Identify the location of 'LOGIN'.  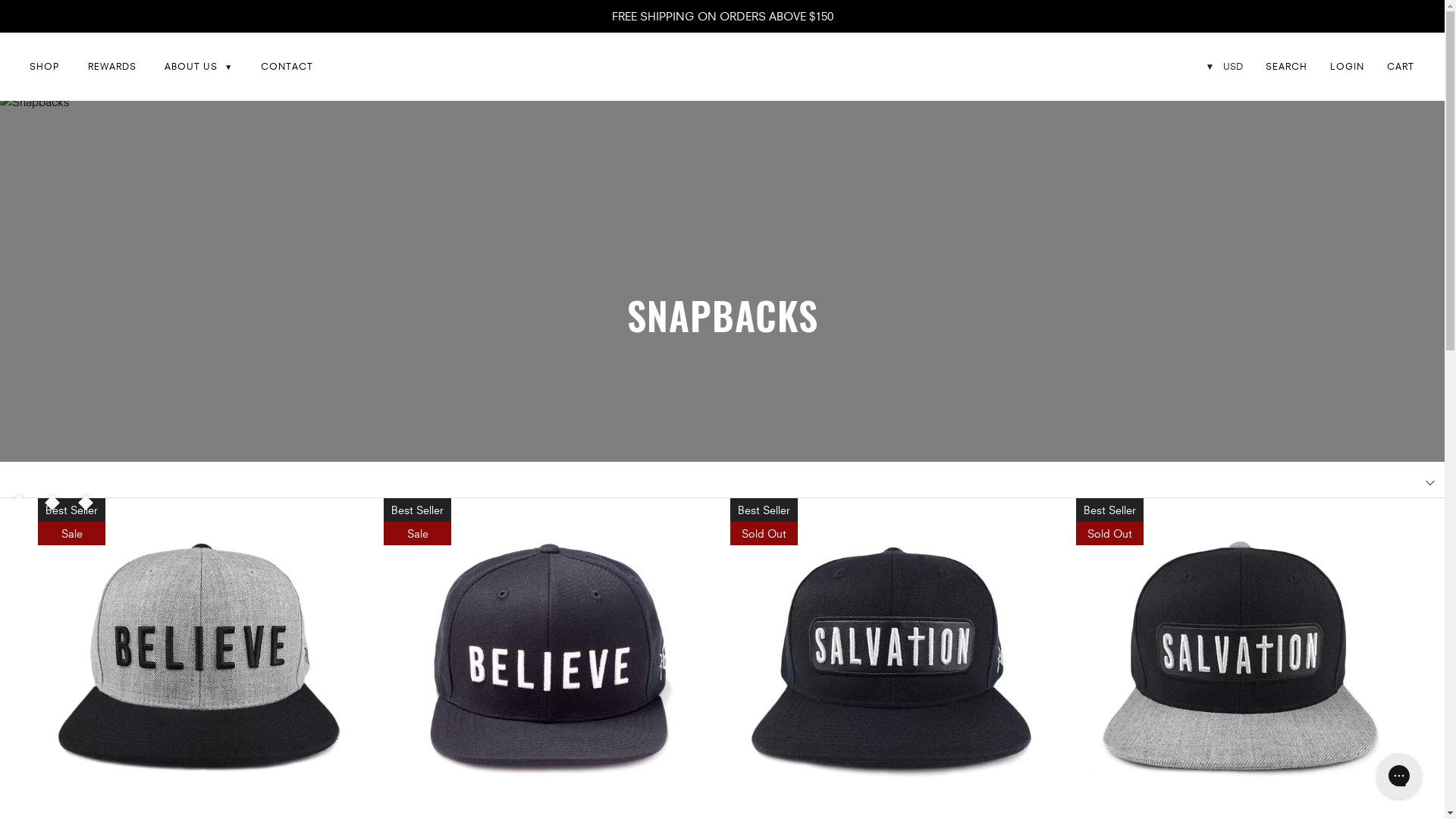
(1347, 65).